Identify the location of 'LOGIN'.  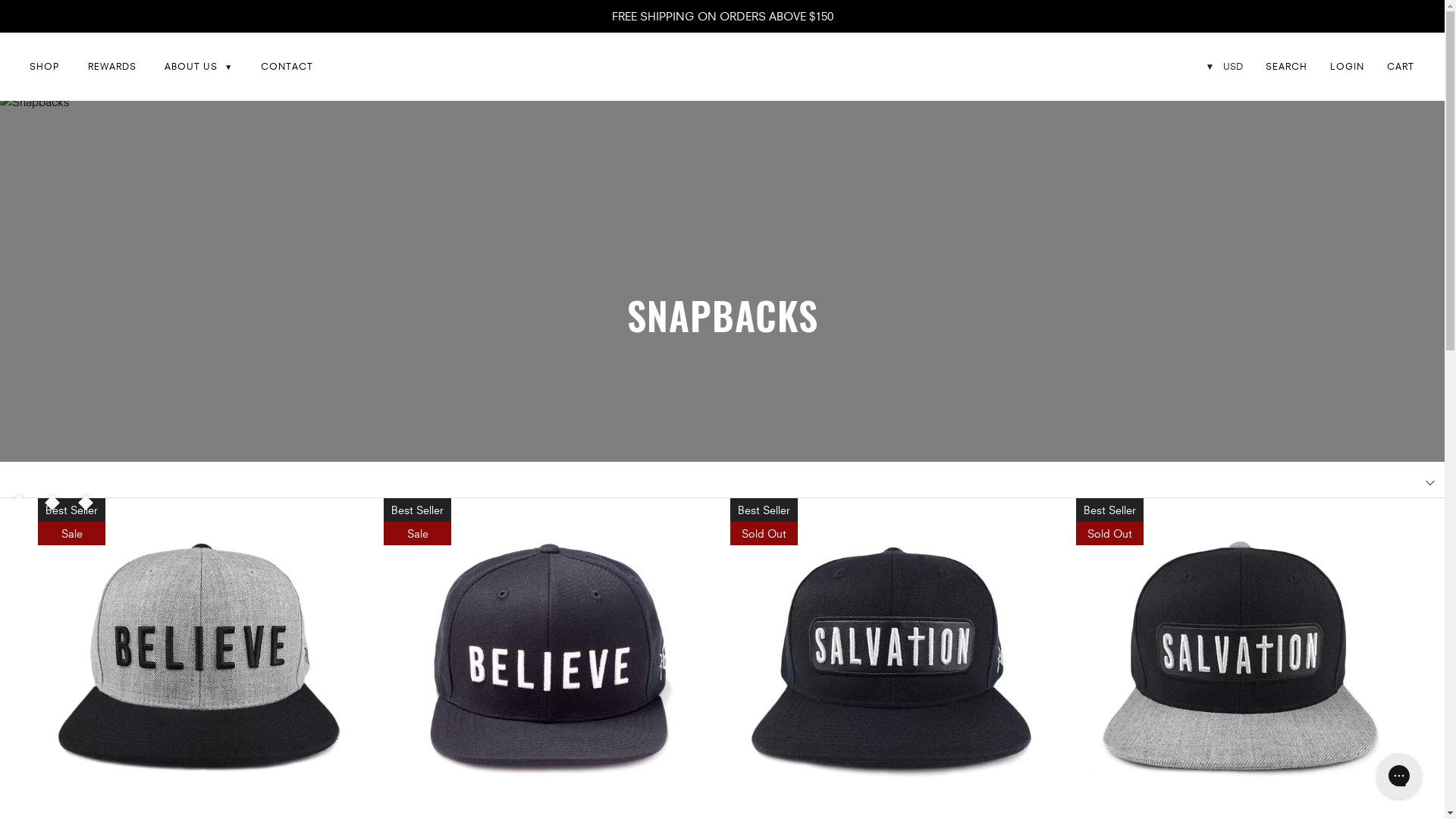
(1347, 65).